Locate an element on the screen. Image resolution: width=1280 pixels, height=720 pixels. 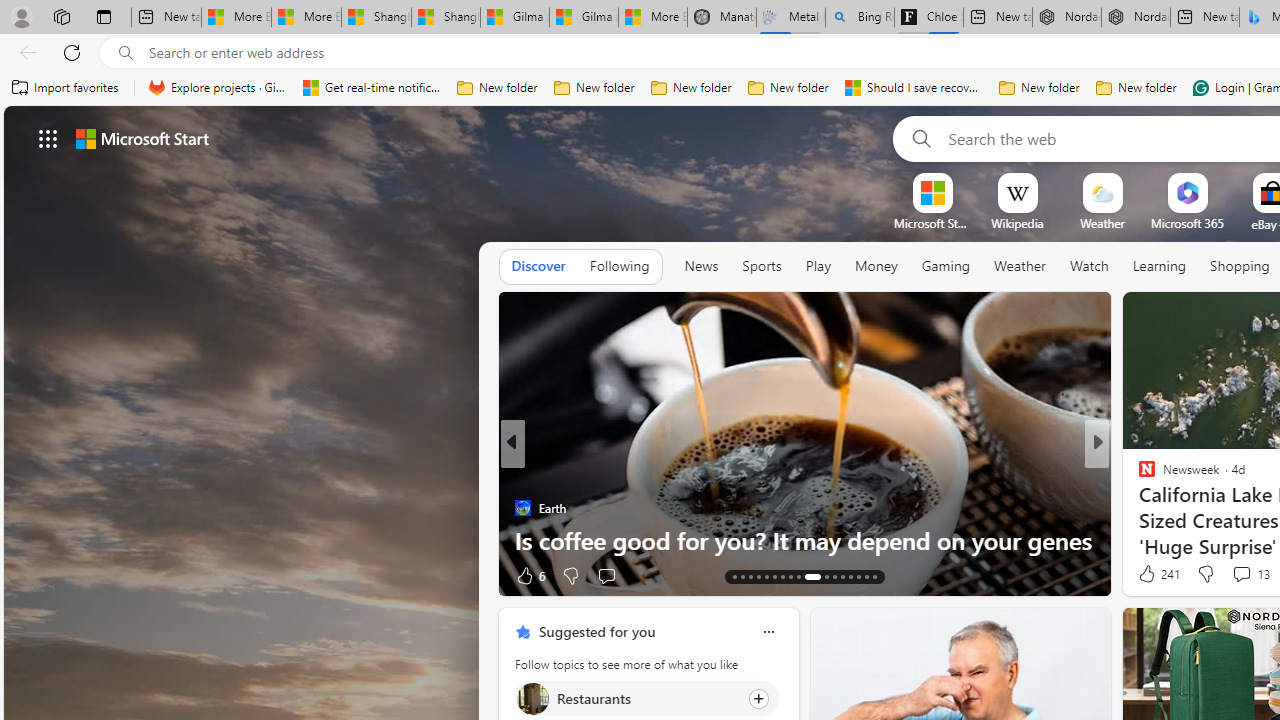
'248 Like' is located at coordinates (1152, 575).